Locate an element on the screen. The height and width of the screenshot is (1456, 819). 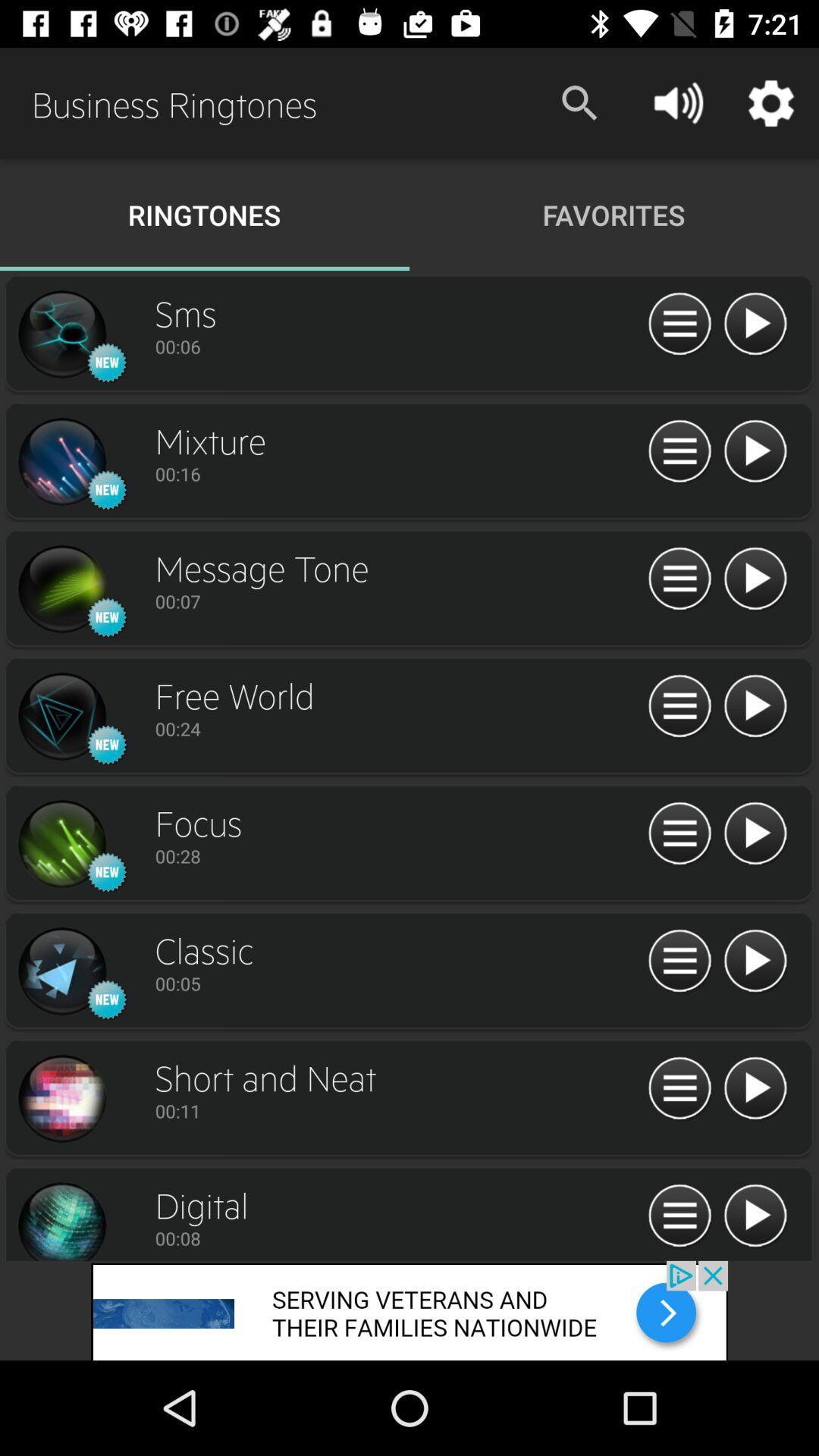
play is located at coordinates (755, 324).